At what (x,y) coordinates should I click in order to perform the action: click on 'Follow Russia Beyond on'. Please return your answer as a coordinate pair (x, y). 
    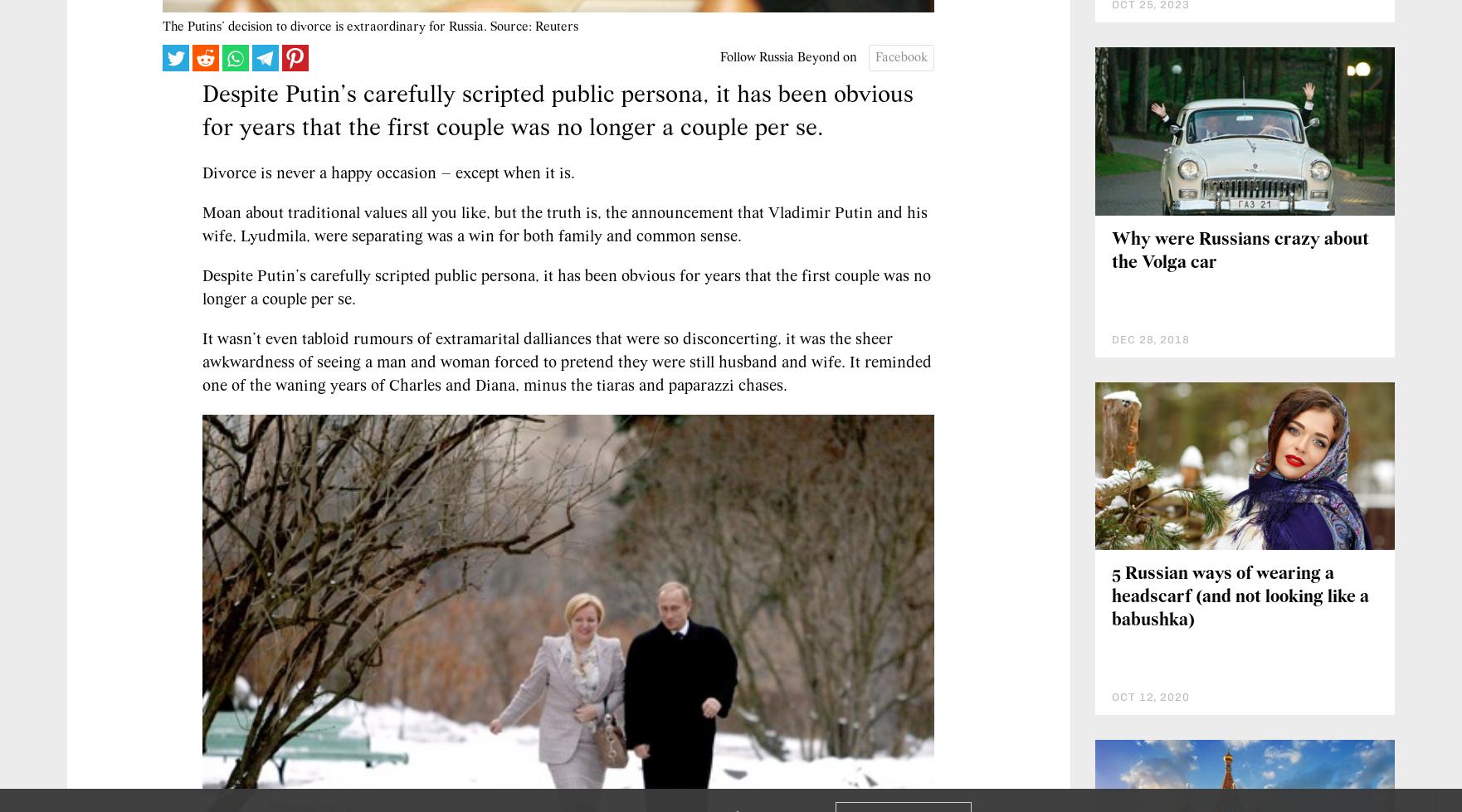
    Looking at the image, I should click on (790, 57).